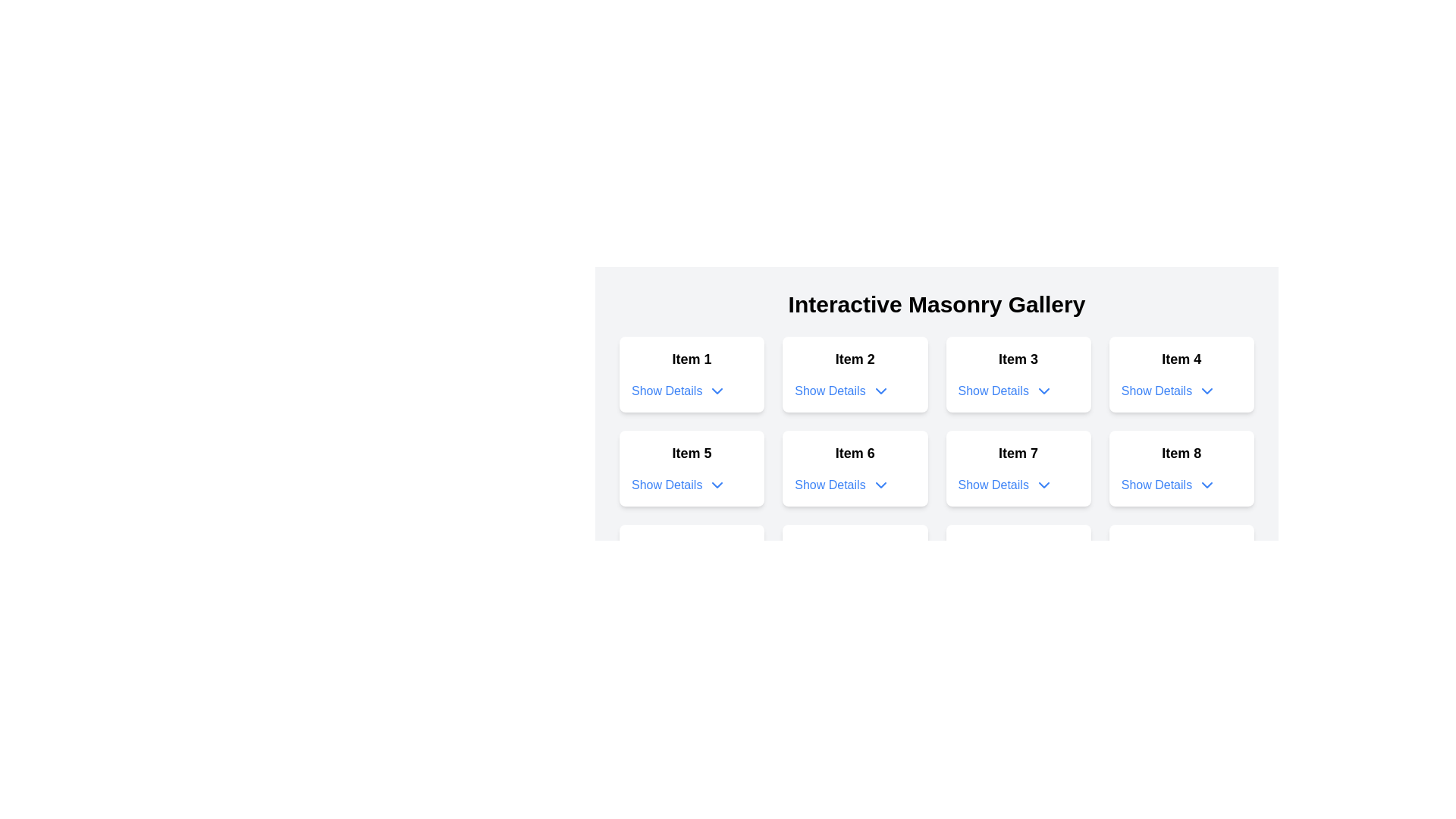  What do you see at coordinates (1018, 467) in the screenshot?
I see `the 'Show Details' link within the card displaying 'Item 7', which is located in the third row and third column of the grid layout` at bounding box center [1018, 467].